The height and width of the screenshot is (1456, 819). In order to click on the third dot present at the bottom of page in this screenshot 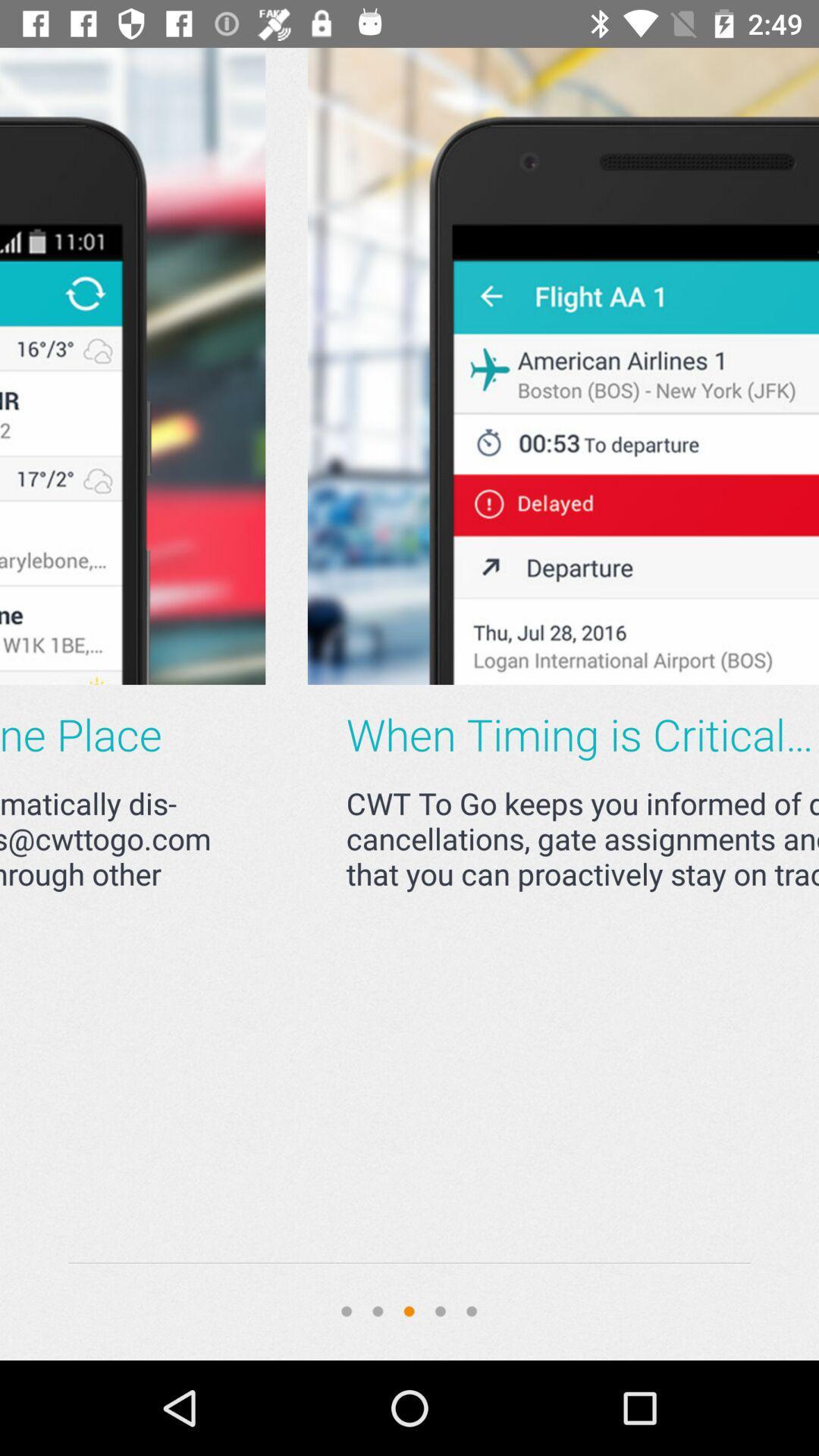, I will do `click(409, 1310)`.